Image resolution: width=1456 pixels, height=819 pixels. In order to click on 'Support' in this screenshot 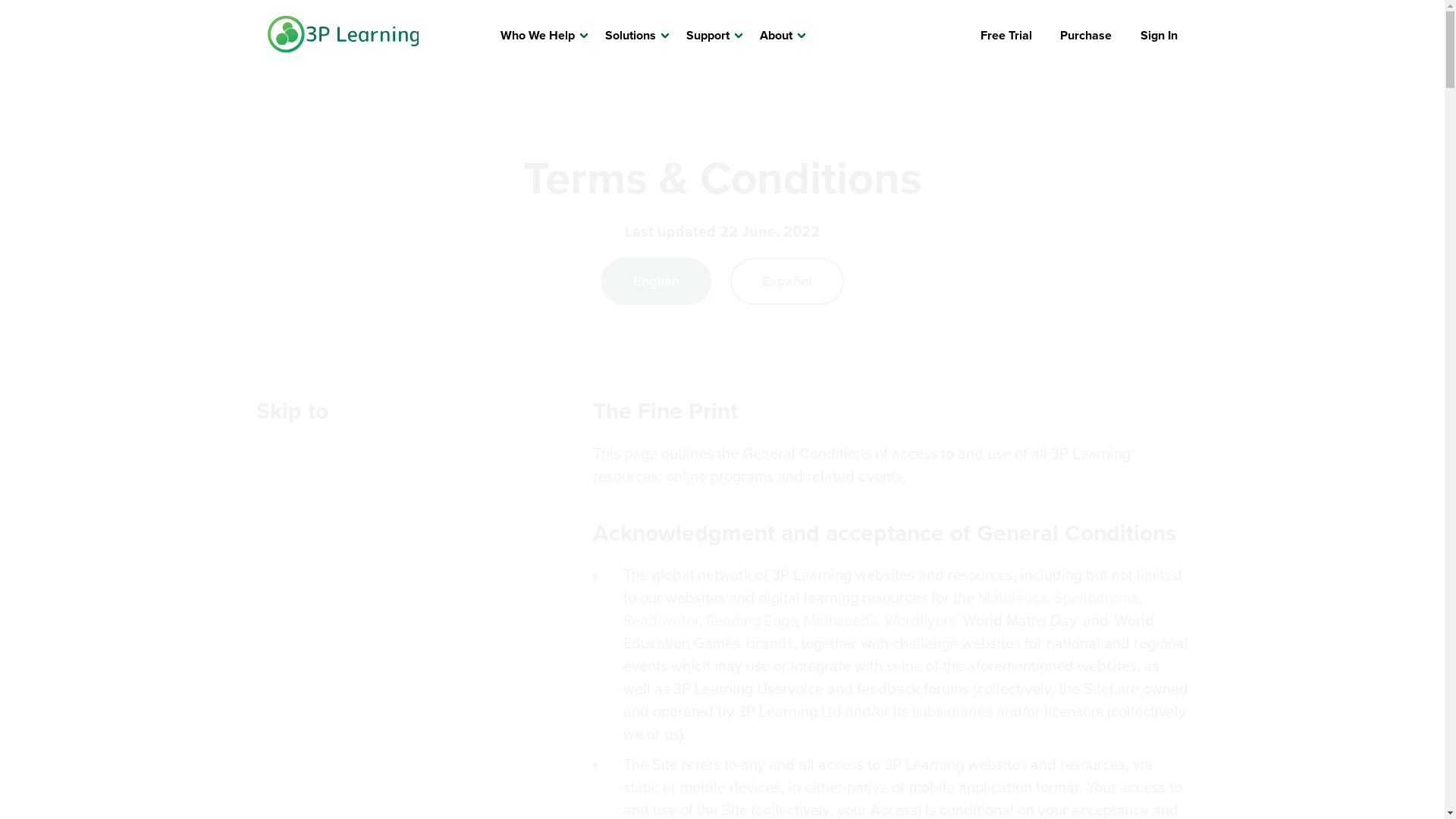, I will do `click(707, 34)`.